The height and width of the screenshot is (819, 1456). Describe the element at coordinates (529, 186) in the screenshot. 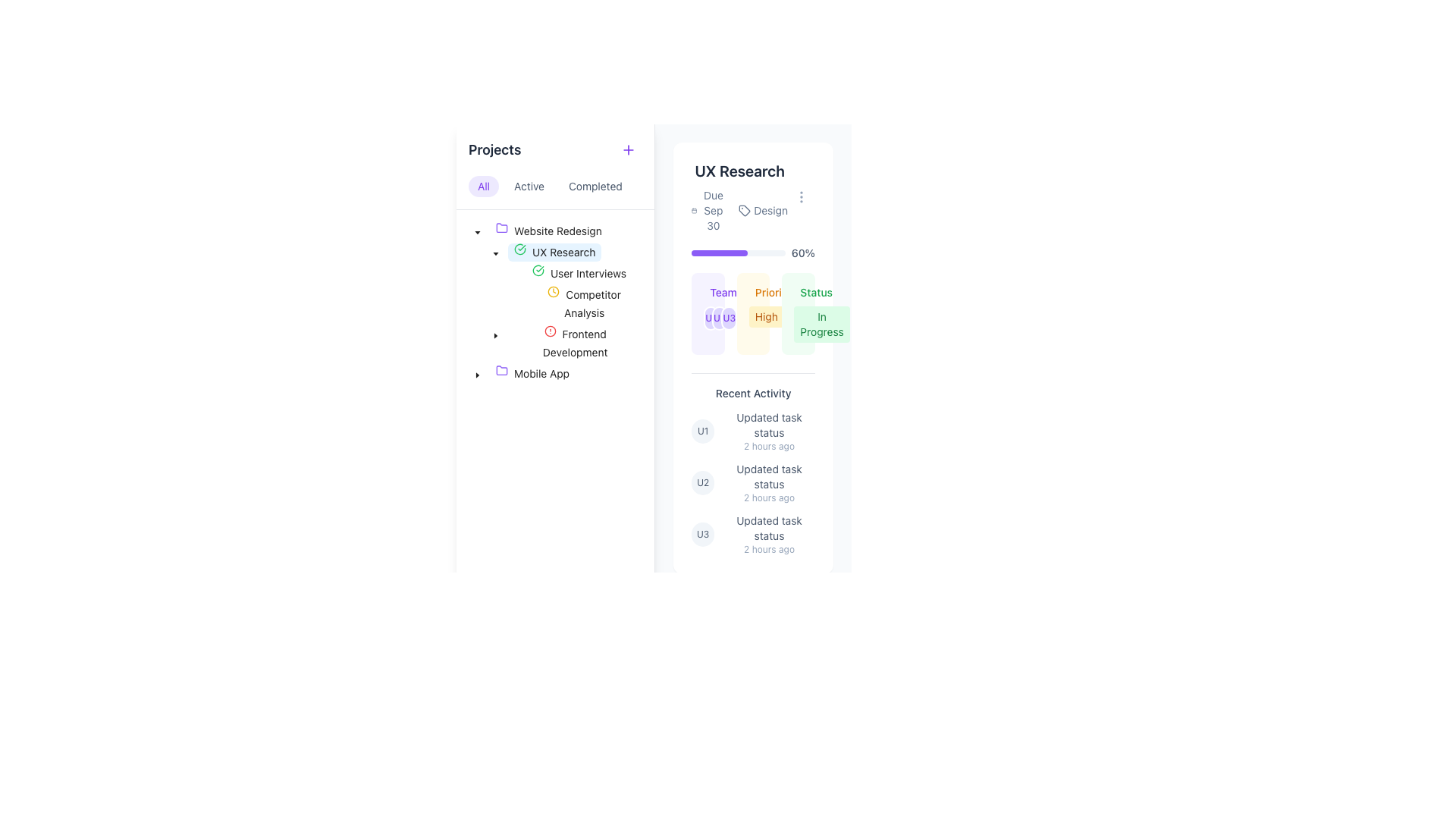

I see `the 'Active' button in the 'Projects' section to observe the hover effect, which is the second button in a group of three horizontal buttons ('All', 'Active', 'Completed')` at that location.